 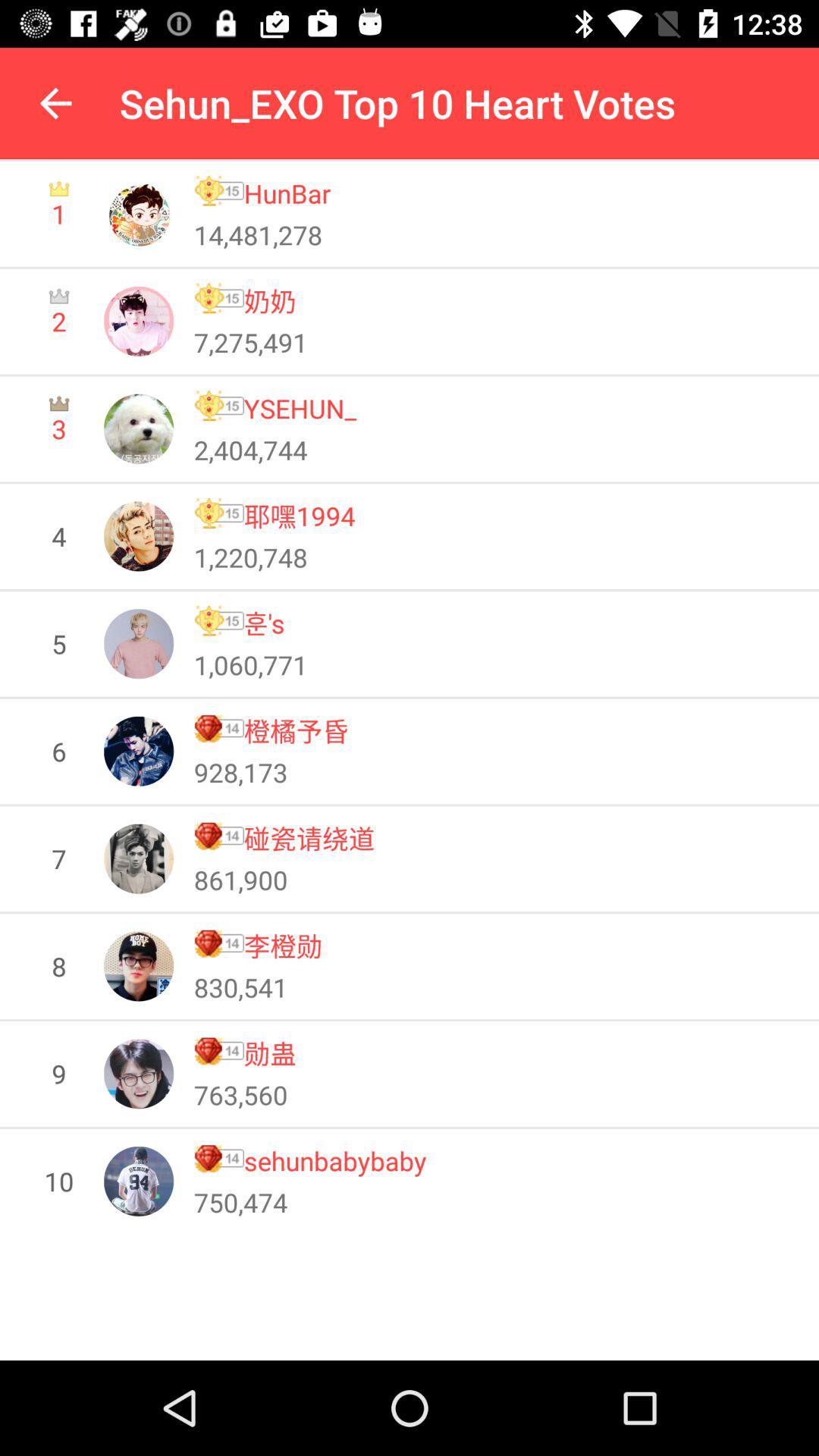 What do you see at coordinates (334, 1159) in the screenshot?
I see `the sehunbabybaby item` at bounding box center [334, 1159].